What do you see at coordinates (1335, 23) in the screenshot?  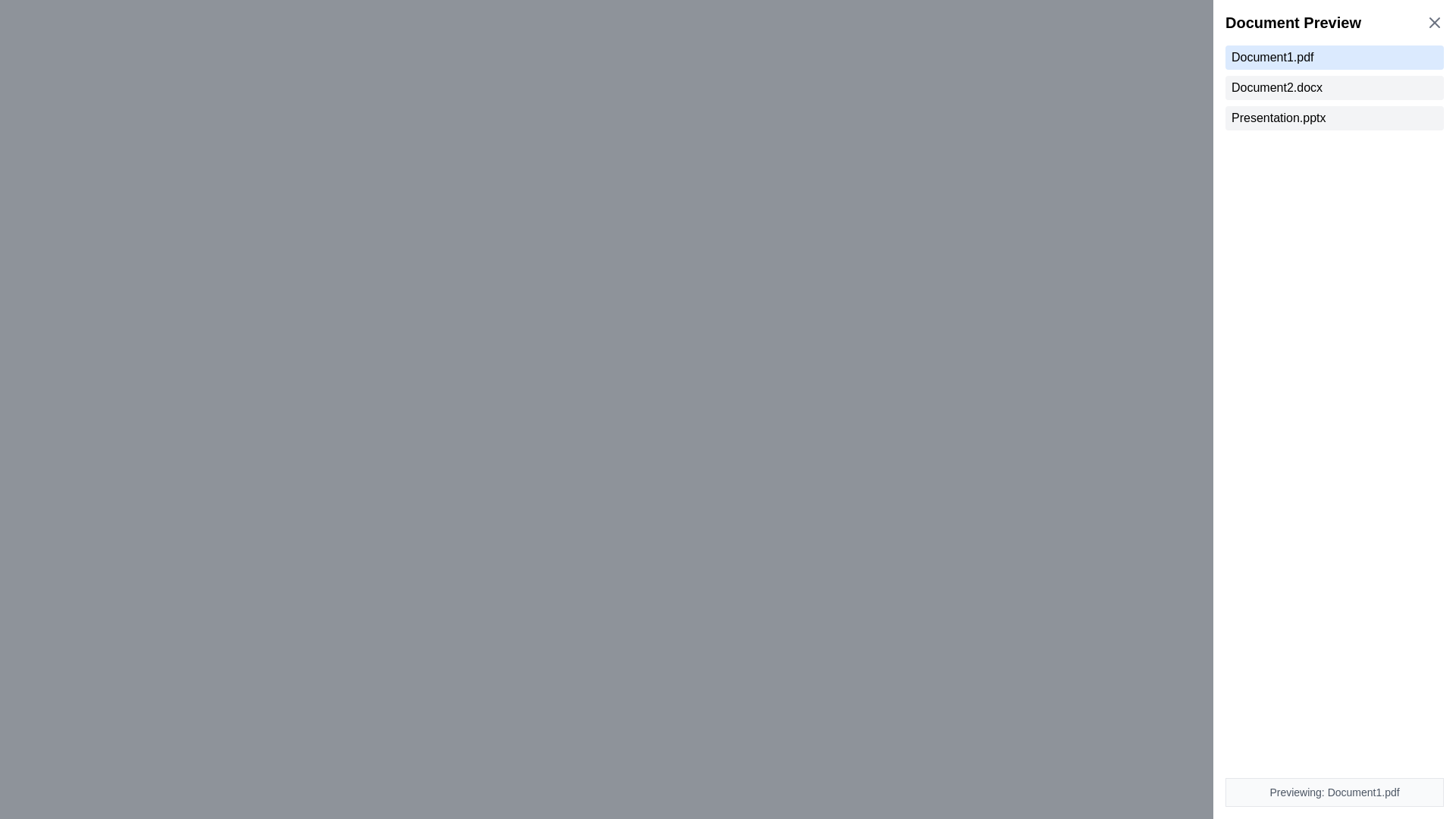 I see `the 'Document Preview' label text in the header at the top-right corner of the sidebar panel` at bounding box center [1335, 23].